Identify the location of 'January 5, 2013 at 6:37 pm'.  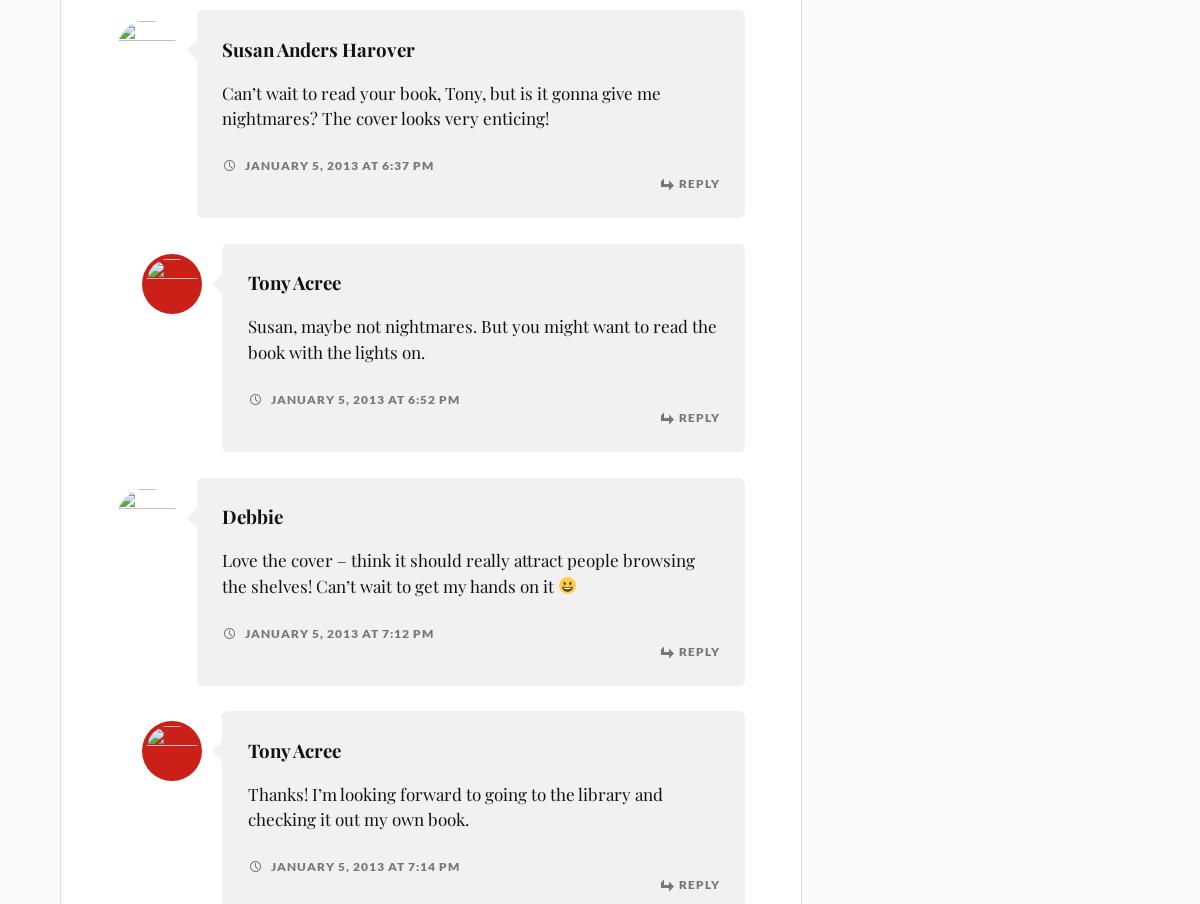
(338, 164).